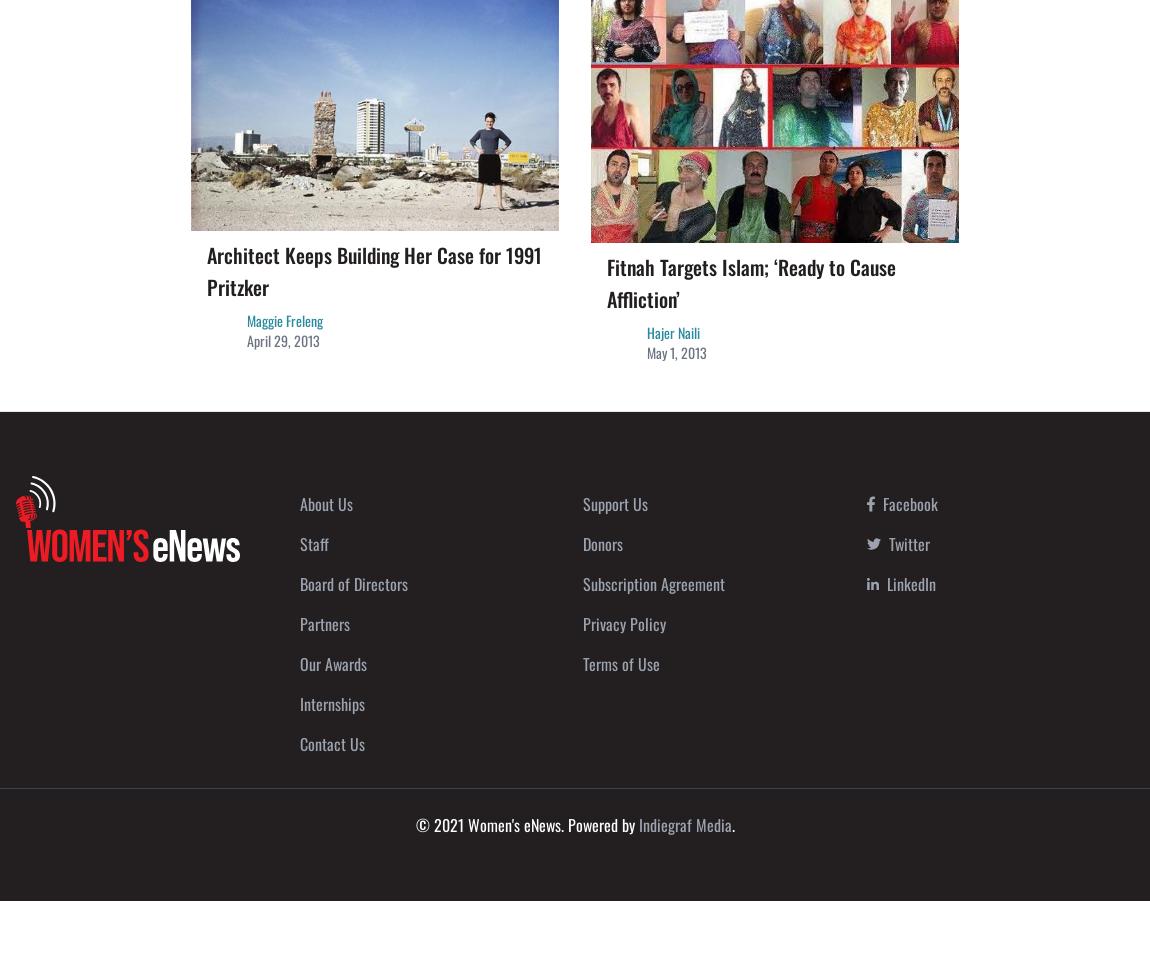  What do you see at coordinates (683, 823) in the screenshot?
I see `'Indiegraf Media'` at bounding box center [683, 823].